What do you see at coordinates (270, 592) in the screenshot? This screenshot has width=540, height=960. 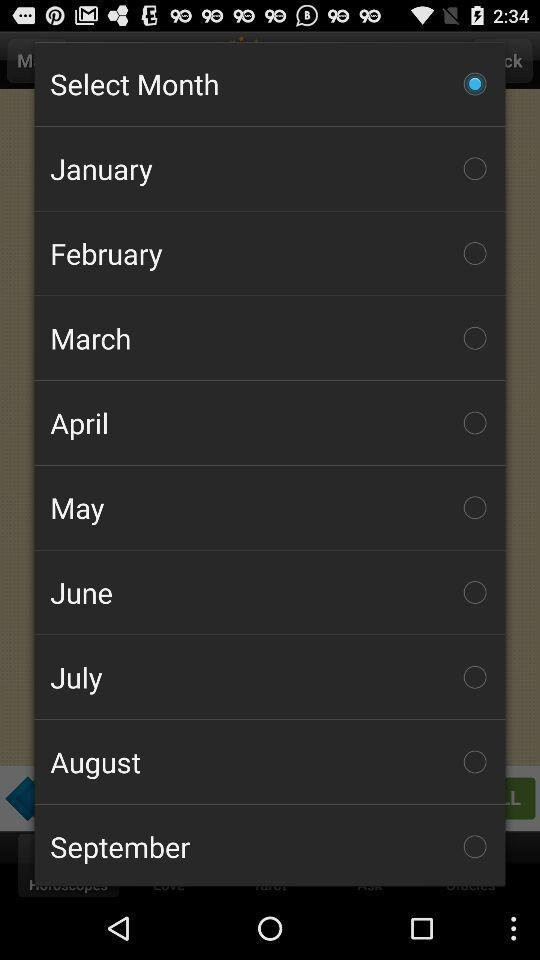 I see `item below the may icon` at bounding box center [270, 592].